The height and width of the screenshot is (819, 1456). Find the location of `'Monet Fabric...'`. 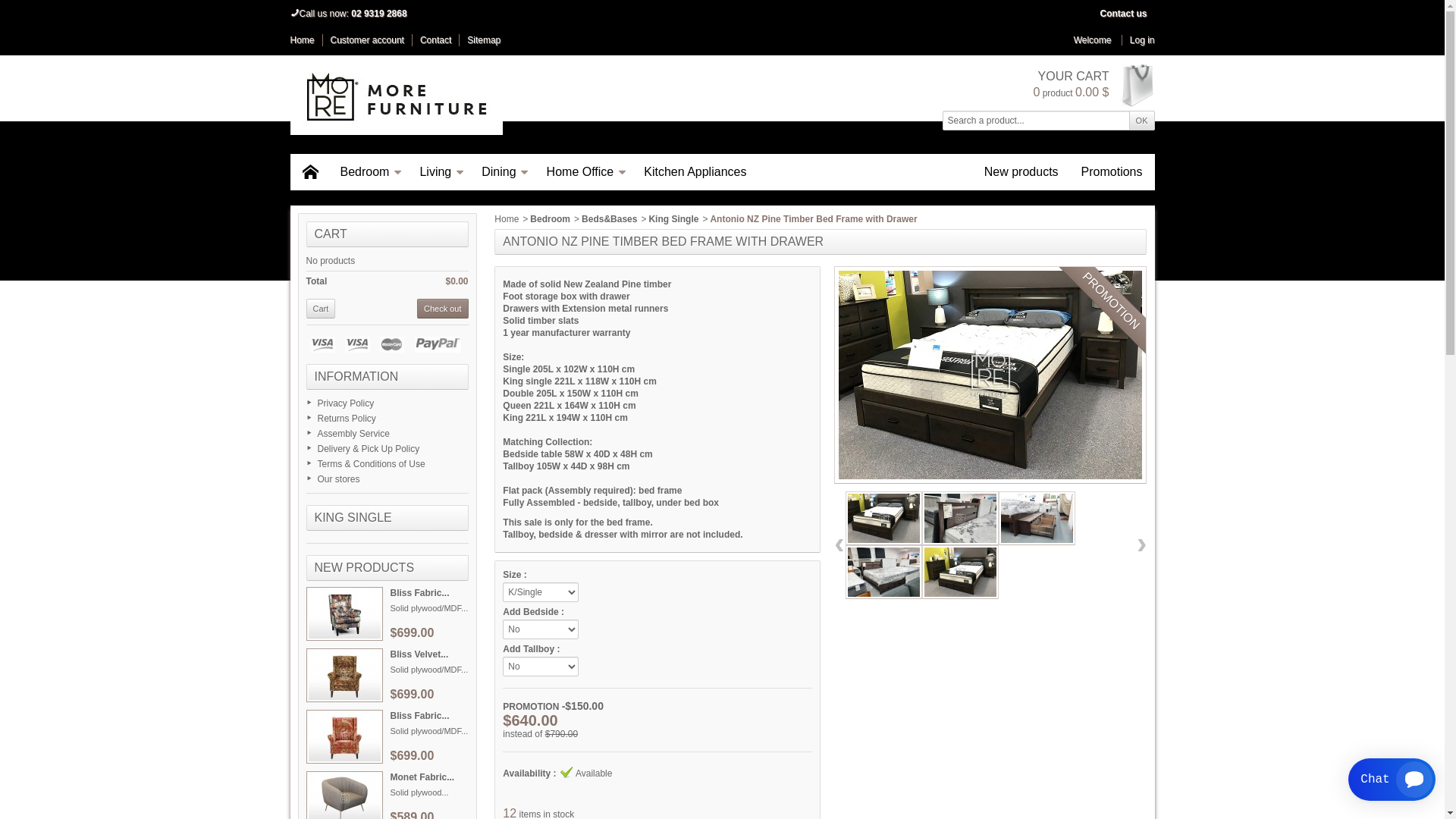

'Monet Fabric...' is located at coordinates (422, 777).